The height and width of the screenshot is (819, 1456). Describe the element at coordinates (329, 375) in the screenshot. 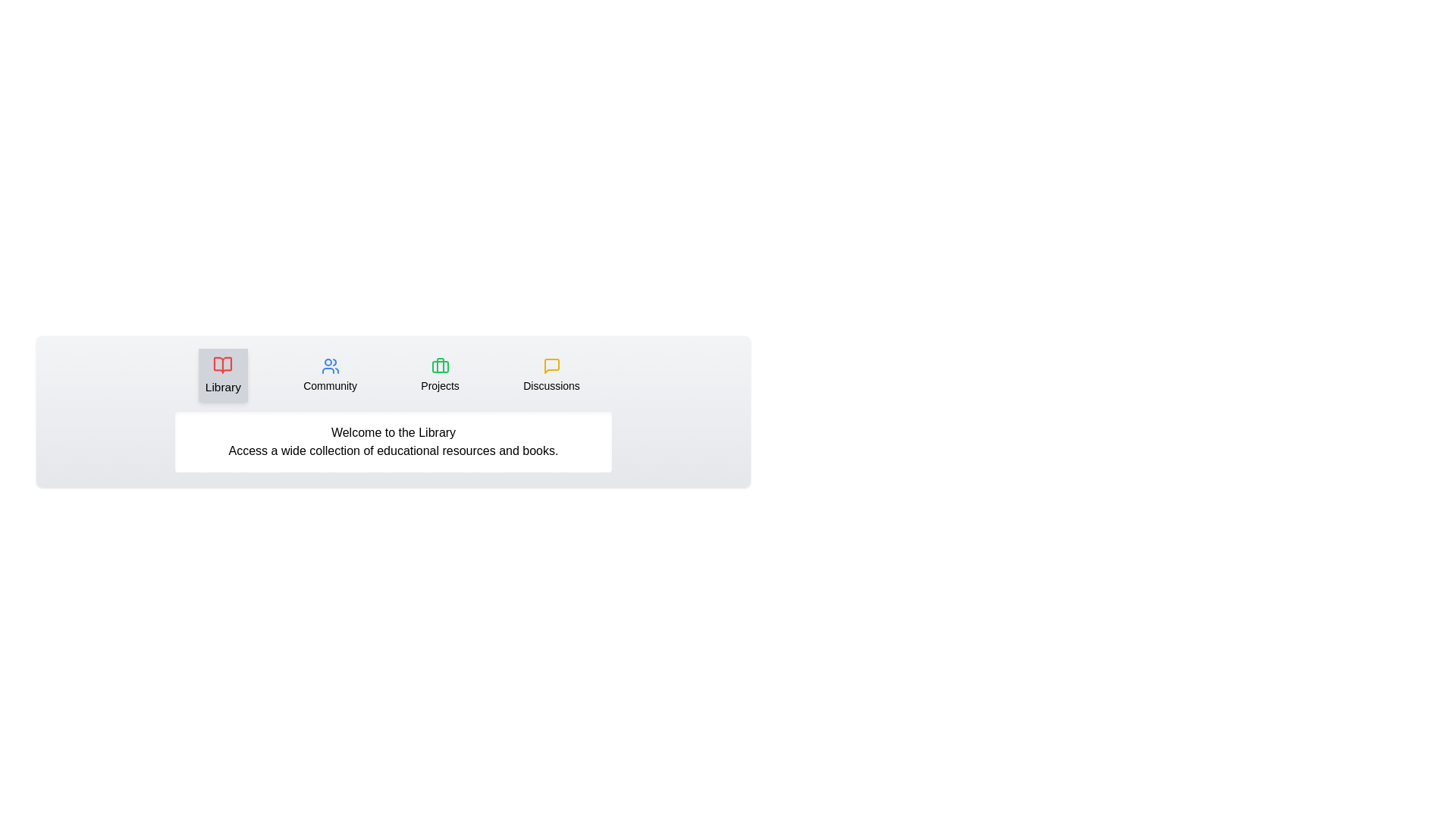

I see `the 'Community' button, which features a user icon in blue with the text 'Community' below it` at that location.